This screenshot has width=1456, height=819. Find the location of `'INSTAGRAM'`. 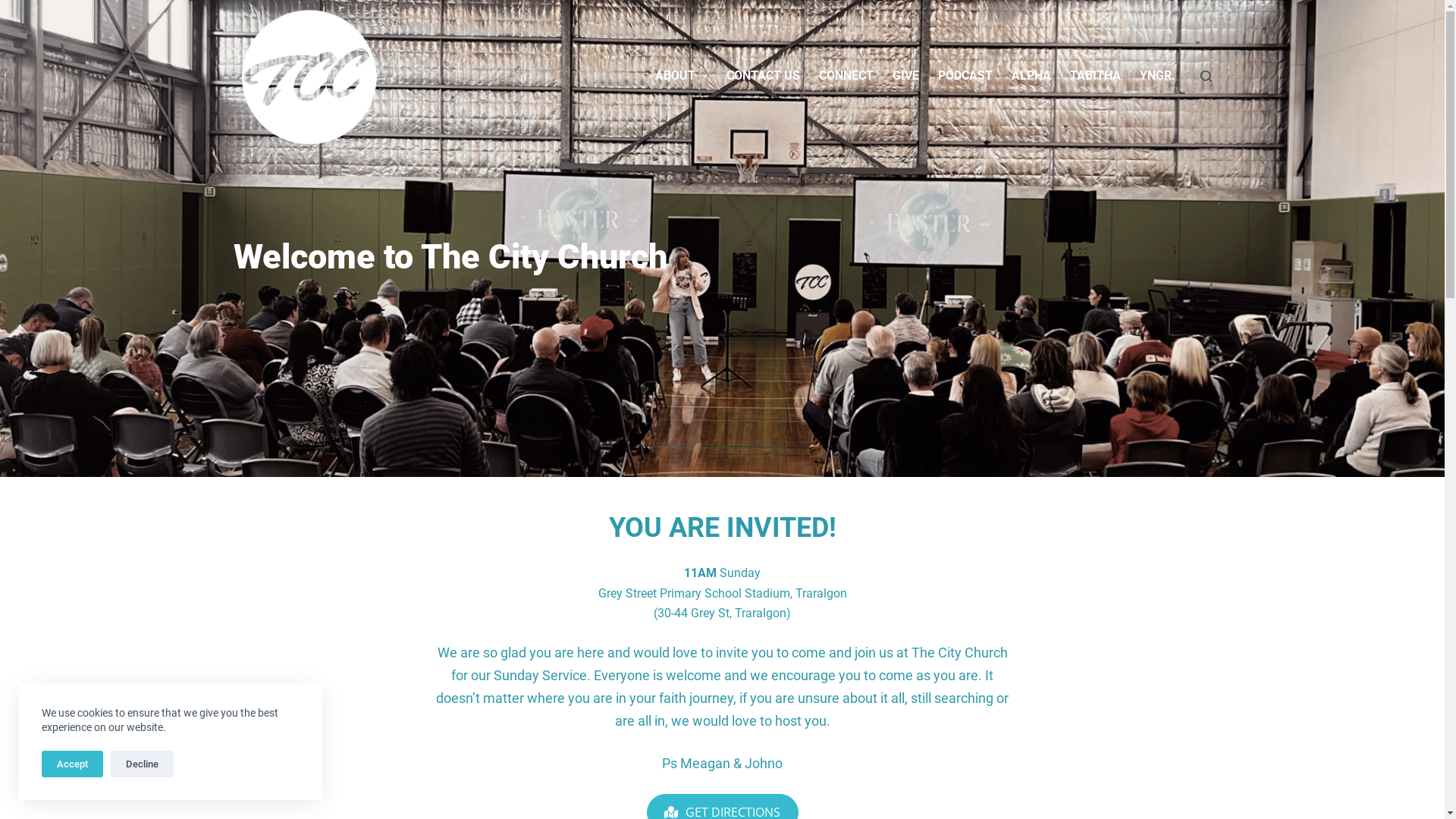

'INSTAGRAM' is located at coordinates (1166, 663).